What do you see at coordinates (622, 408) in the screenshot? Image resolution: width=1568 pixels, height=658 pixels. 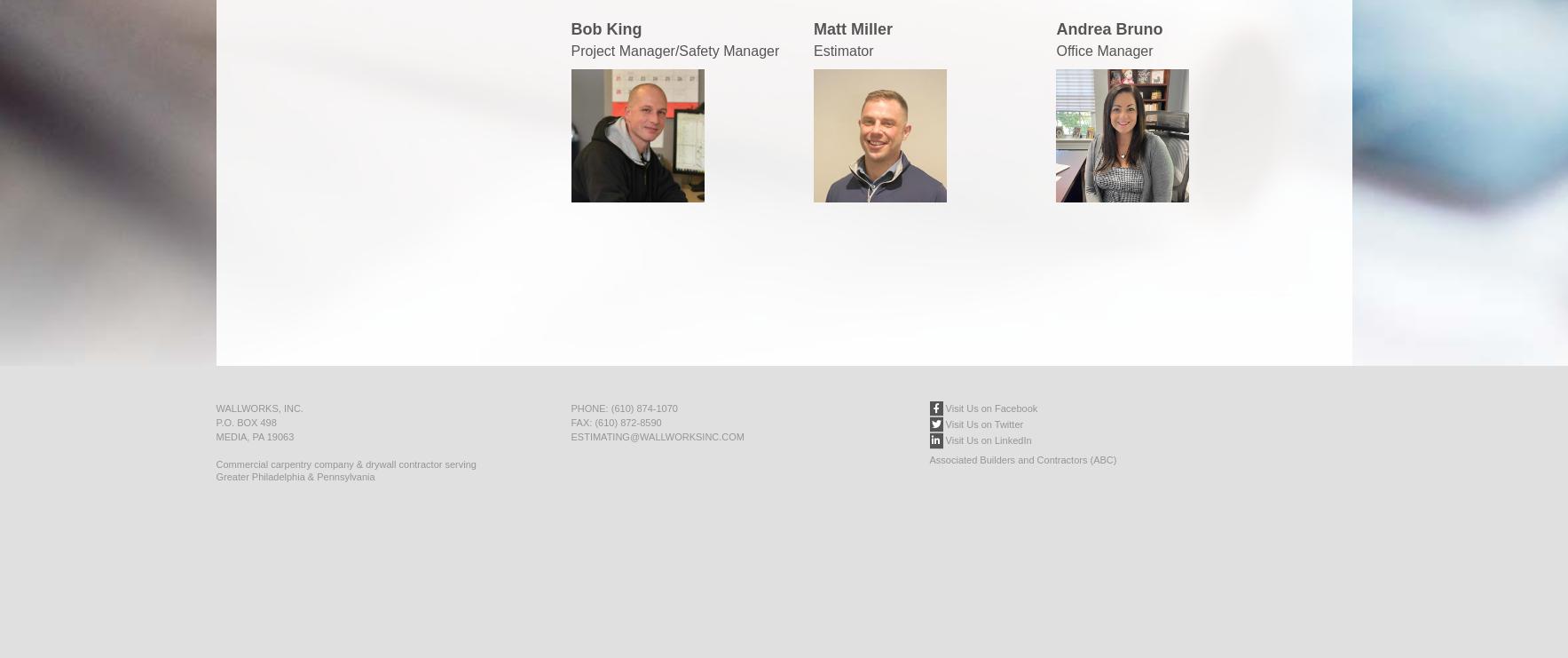 I see `'PHONE:	(610) 874-1070'` at bounding box center [622, 408].